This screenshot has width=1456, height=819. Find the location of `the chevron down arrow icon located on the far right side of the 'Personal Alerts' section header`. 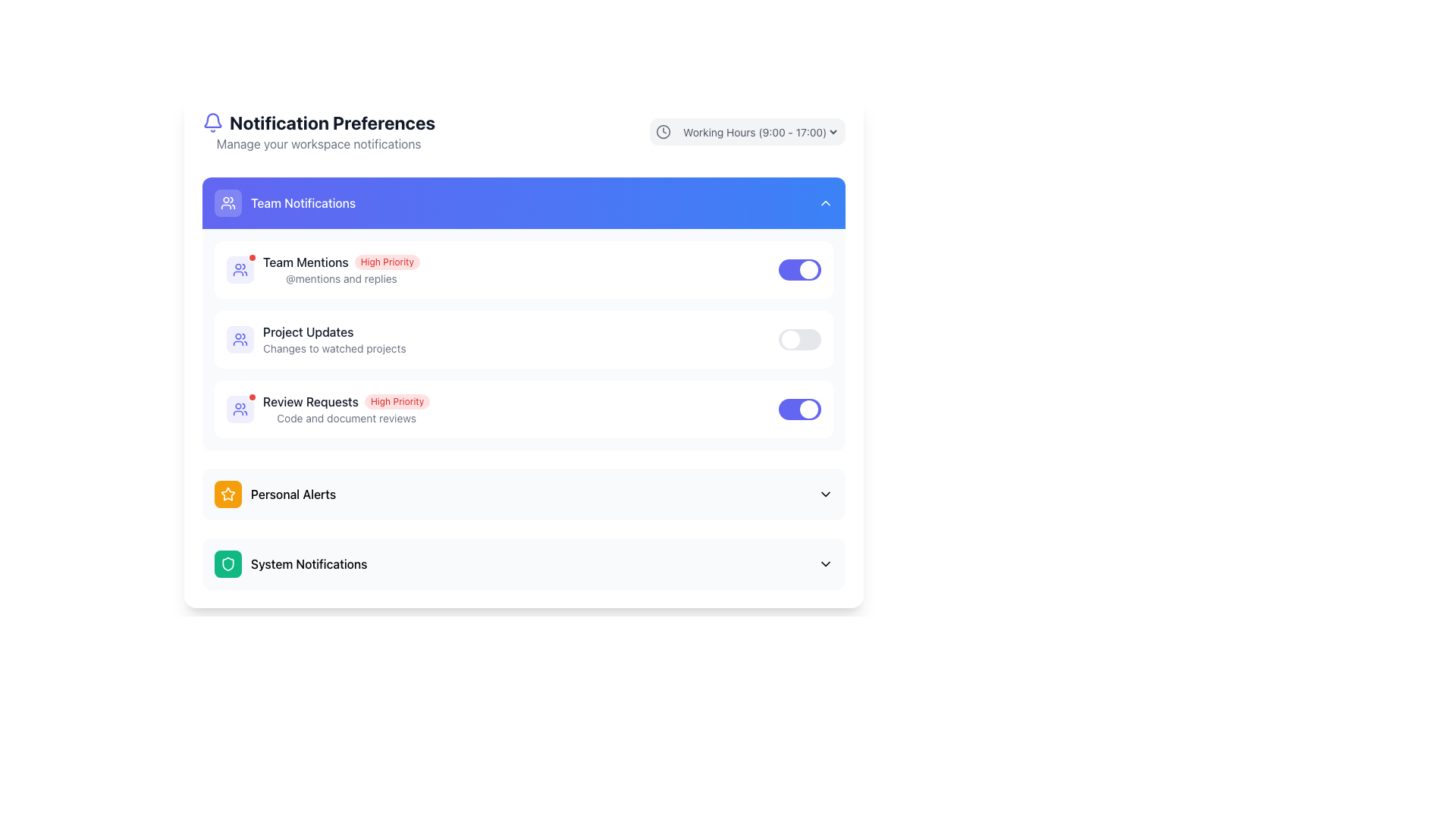

the chevron down arrow icon located on the far right side of the 'Personal Alerts' section header is located at coordinates (825, 494).